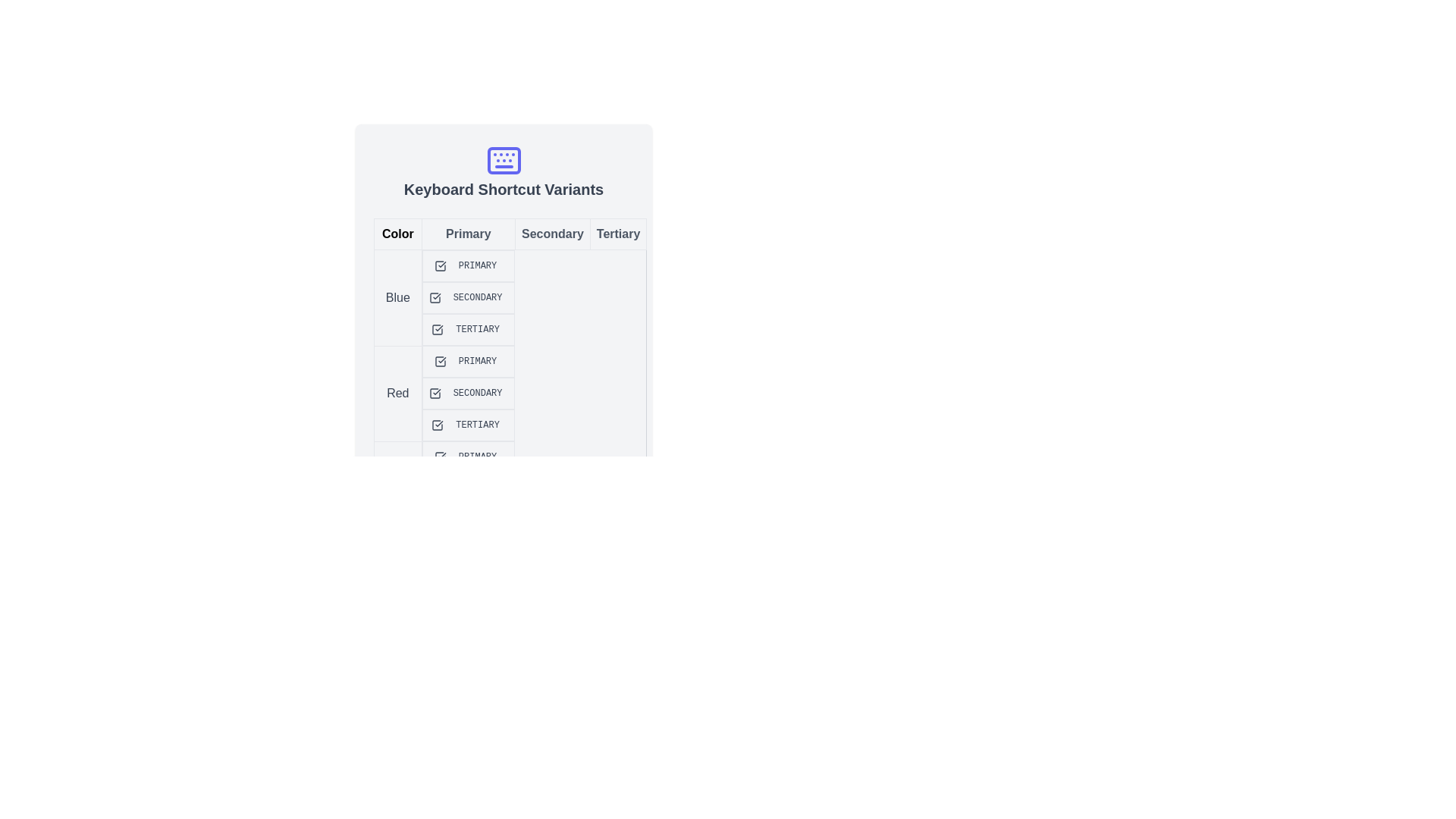 The width and height of the screenshot is (1456, 819). I want to click on the green checkmark icon located in the 'Red' row under the 'Primary' column, which is positioned to the left of the text 'Primary', so click(439, 456).